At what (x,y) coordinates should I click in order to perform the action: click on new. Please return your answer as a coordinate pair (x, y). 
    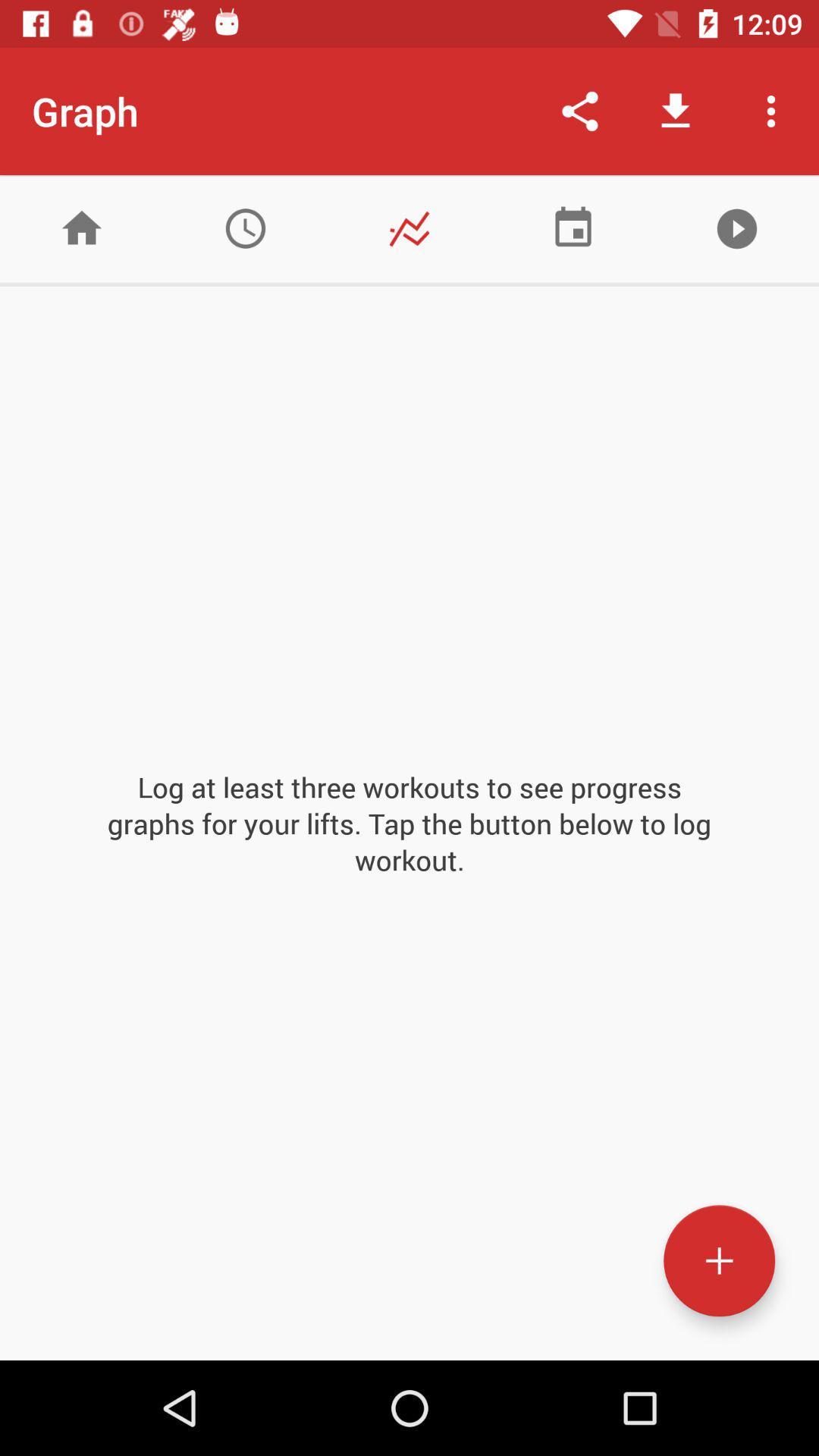
    Looking at the image, I should click on (718, 1260).